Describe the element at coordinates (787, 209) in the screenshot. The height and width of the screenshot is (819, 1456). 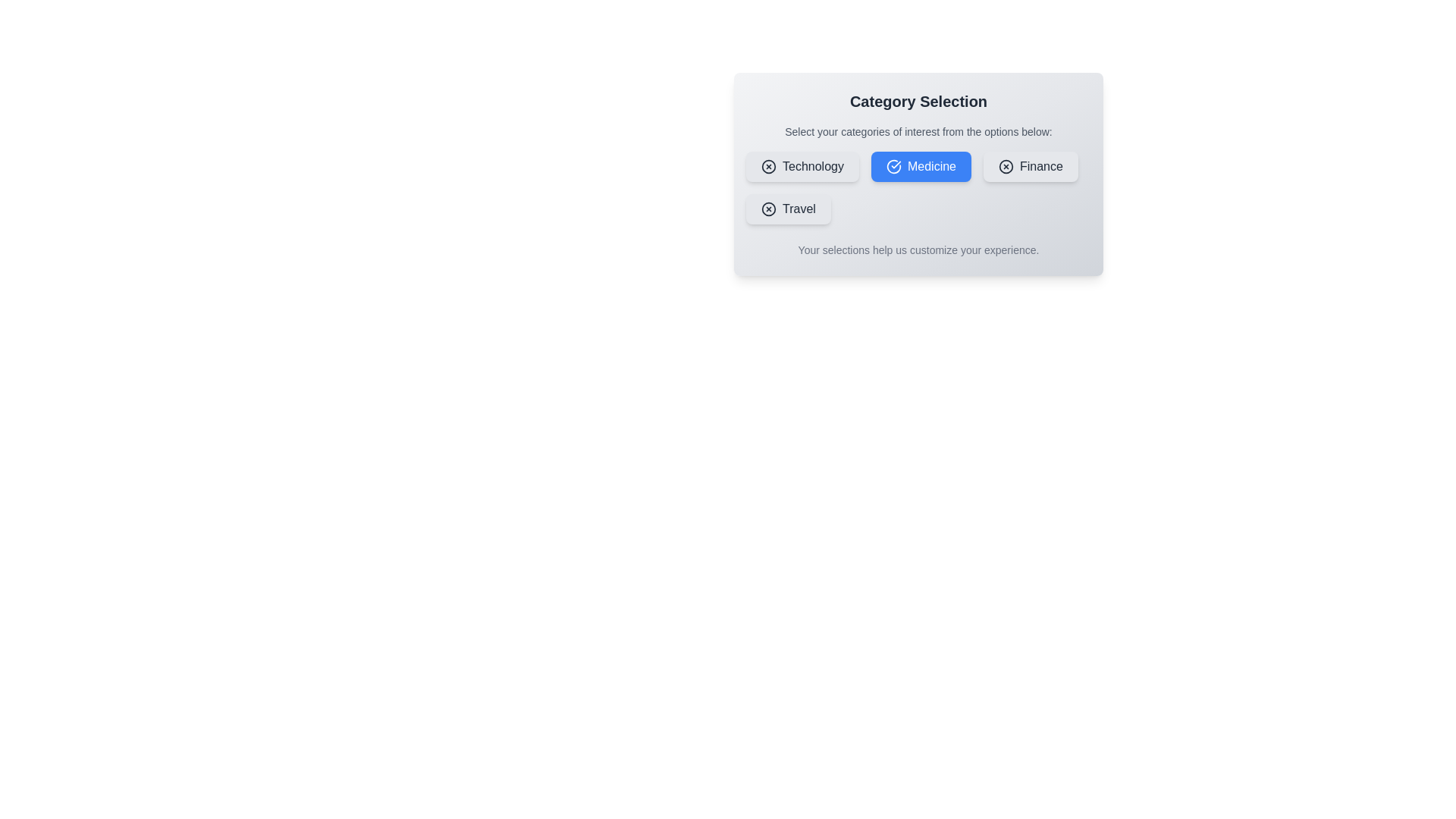
I see `the Travel button` at that location.